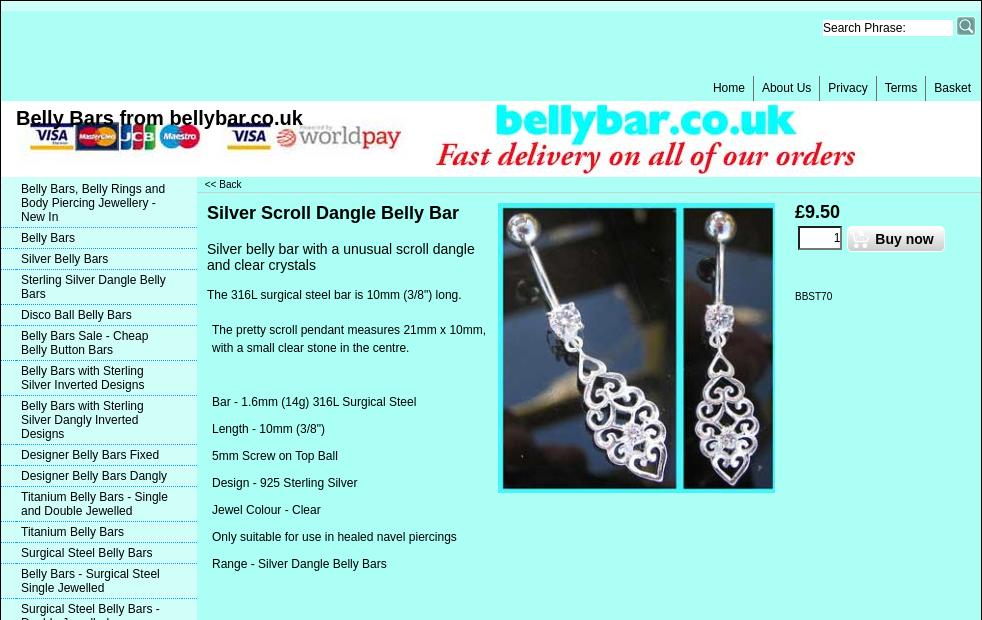 The image size is (982, 620). Describe the element at coordinates (63, 258) in the screenshot. I see `'Silver Belly Bars'` at that location.